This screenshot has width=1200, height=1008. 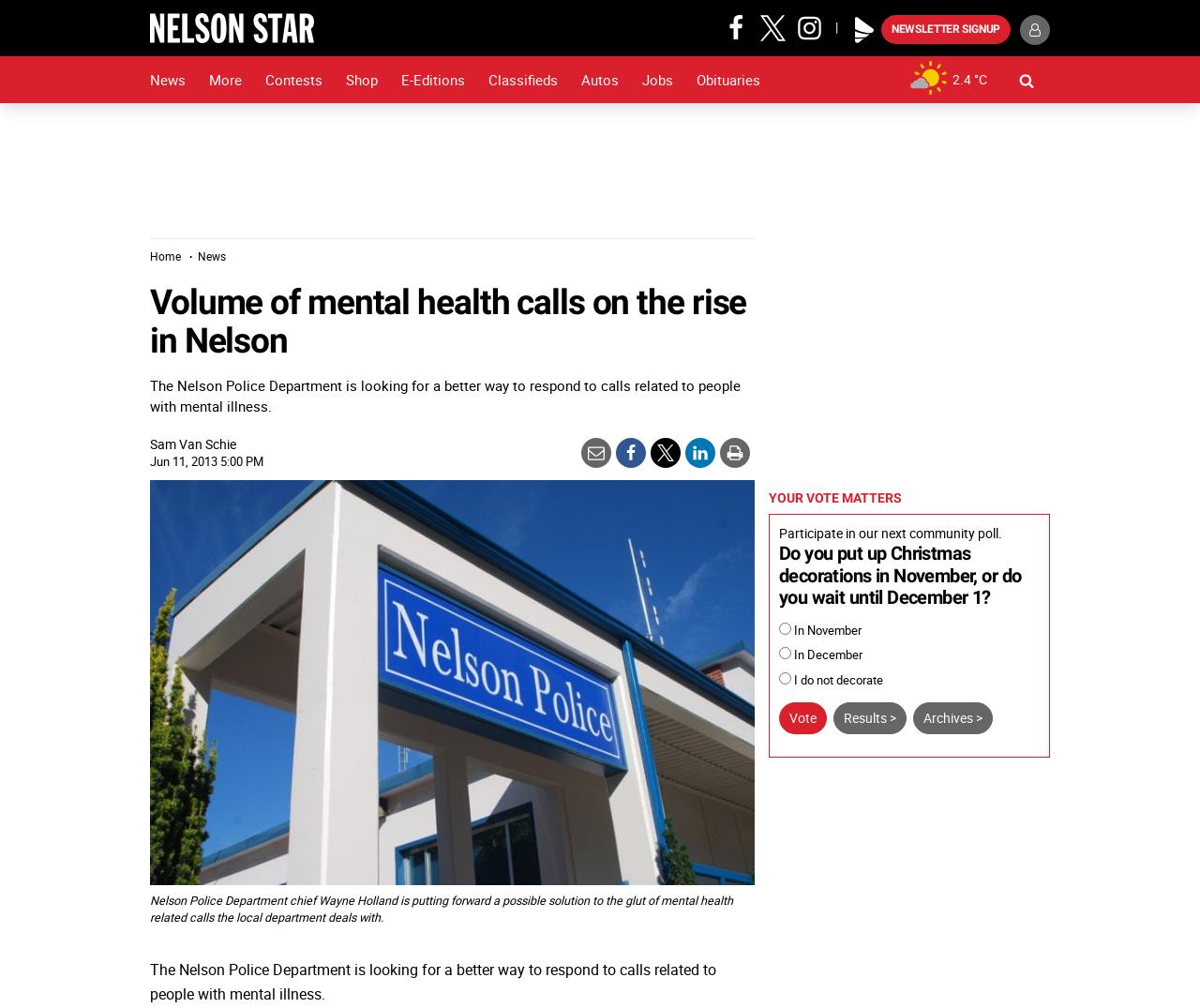 What do you see at coordinates (869, 717) in the screenshot?
I see `'Results >'` at bounding box center [869, 717].